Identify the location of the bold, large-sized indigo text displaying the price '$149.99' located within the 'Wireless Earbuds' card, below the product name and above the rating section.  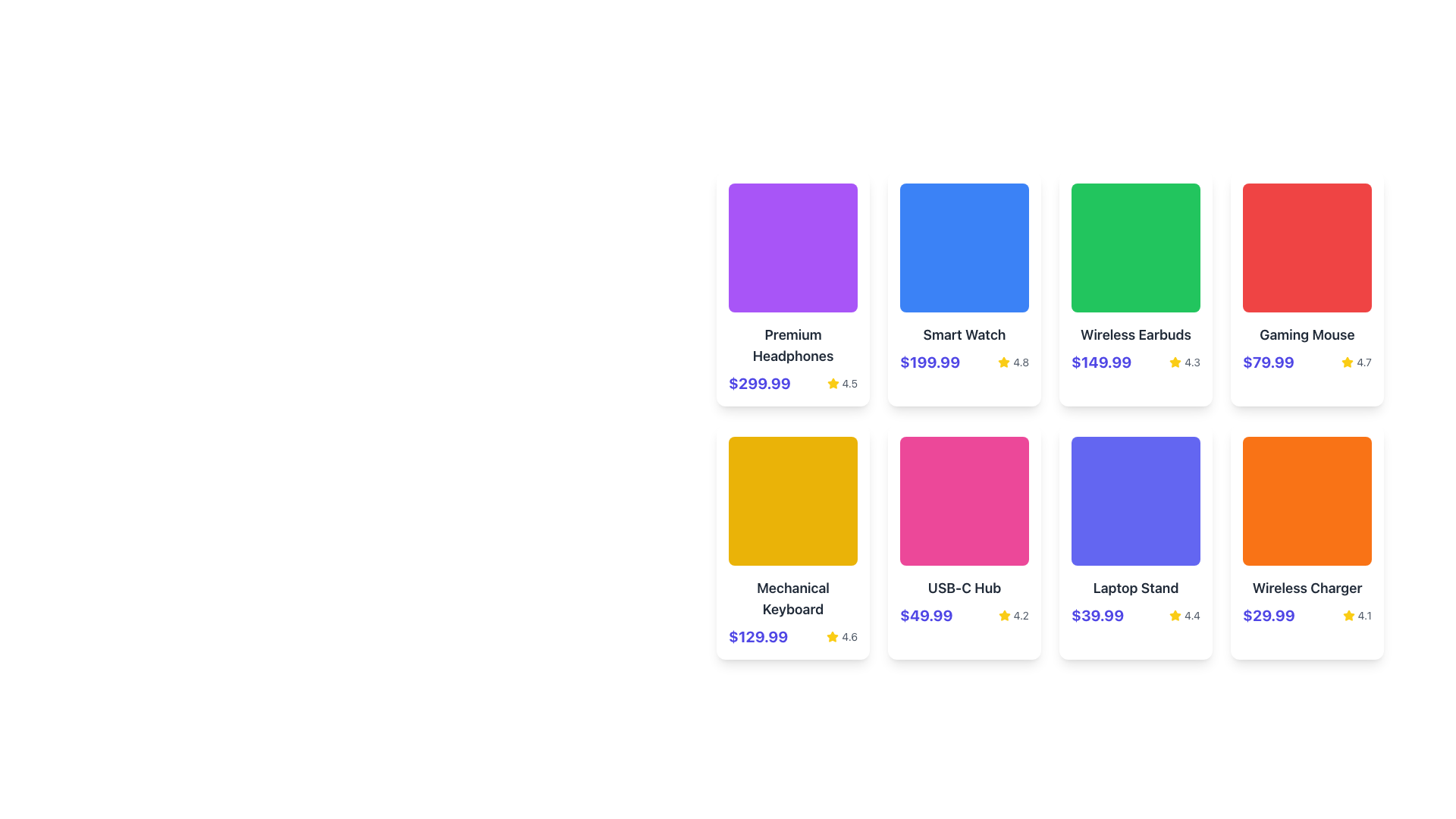
(1101, 362).